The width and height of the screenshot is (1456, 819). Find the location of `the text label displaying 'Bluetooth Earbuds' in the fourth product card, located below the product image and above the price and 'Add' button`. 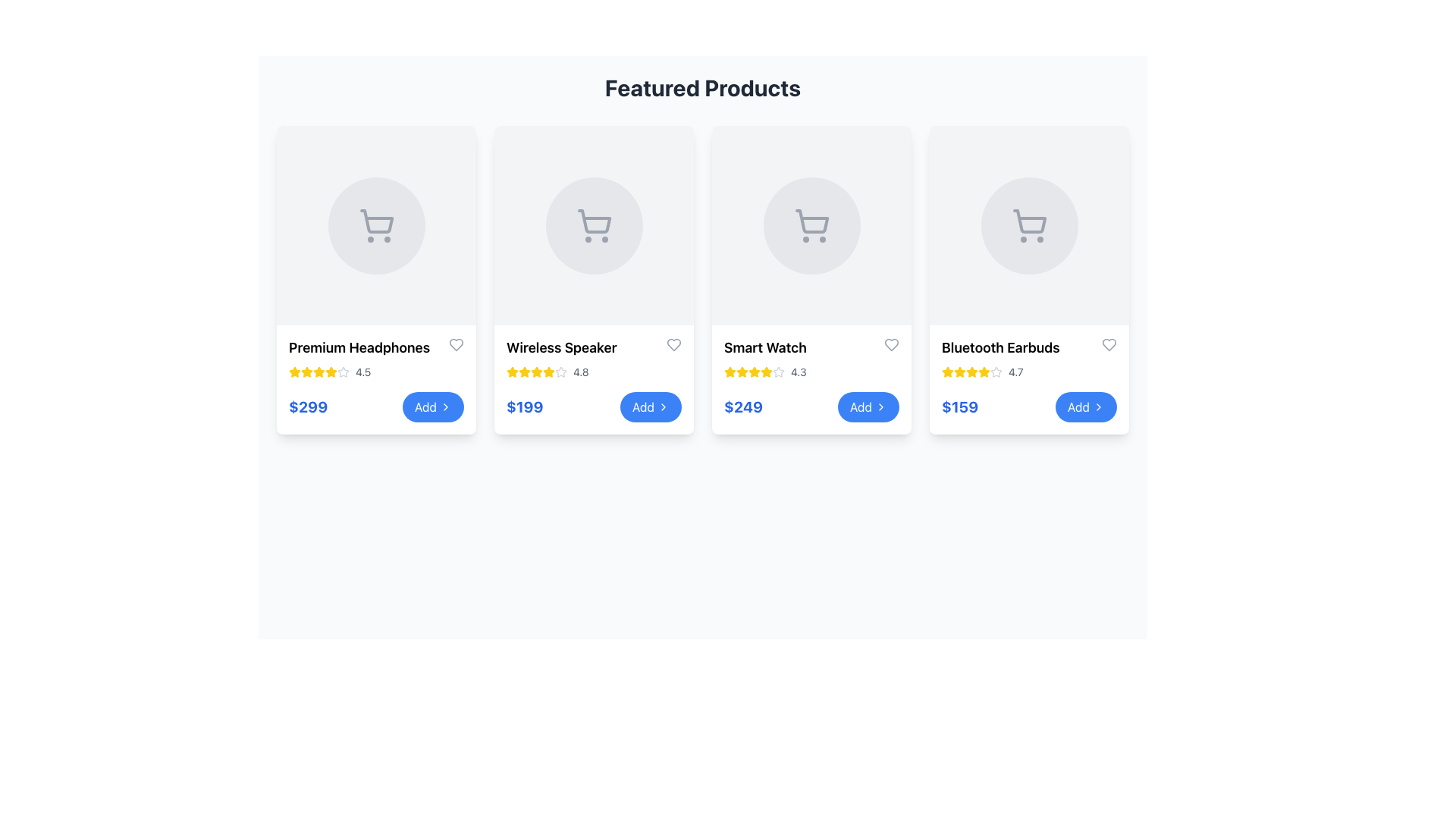

the text label displaying 'Bluetooth Earbuds' in the fourth product card, located below the product image and above the price and 'Add' button is located at coordinates (1000, 348).